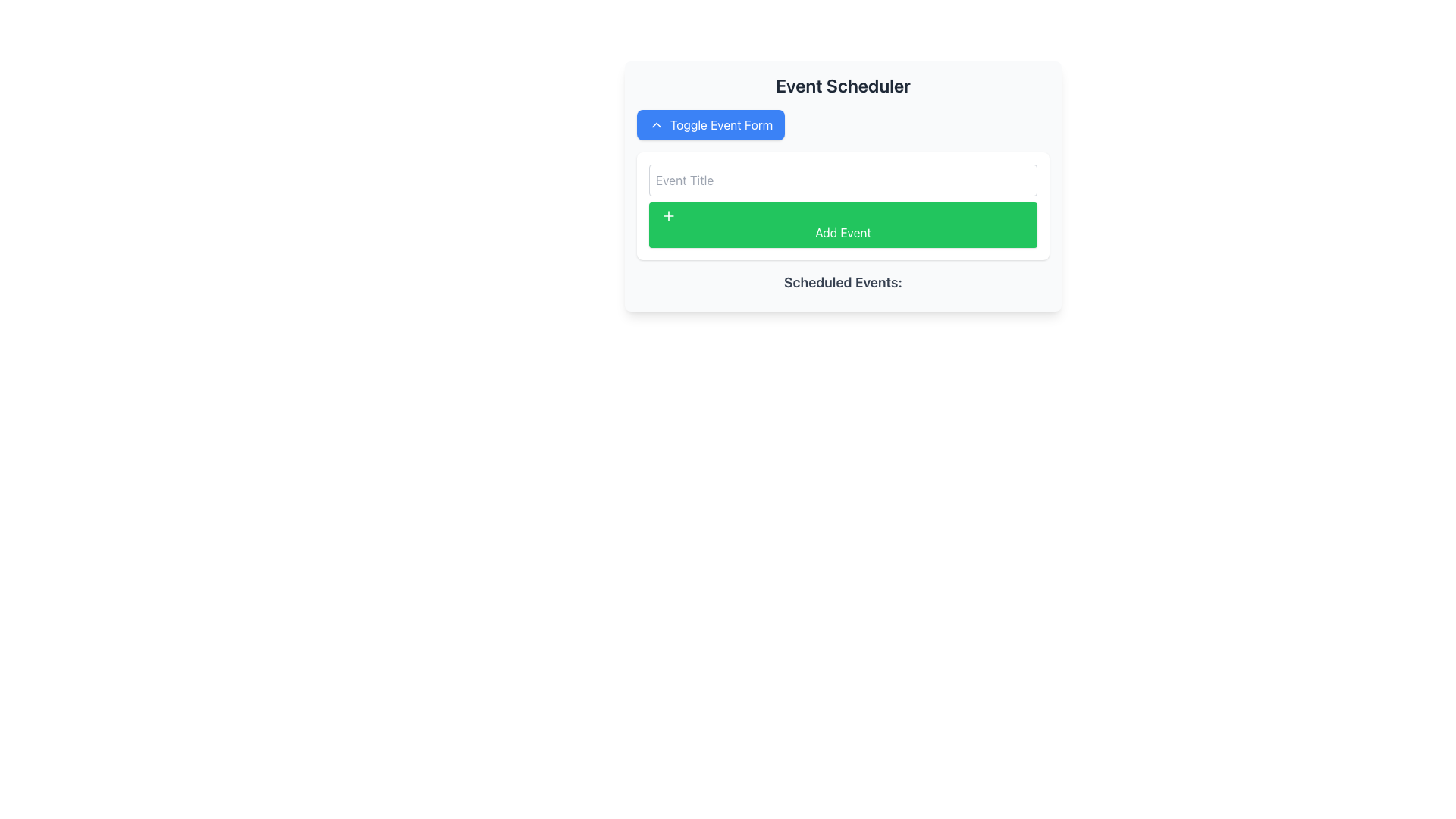  What do you see at coordinates (656, 124) in the screenshot?
I see `the chevron-up icon, which is part of the 'Toggle Event Form' button located in the upper-left area of the Event Scheduler panel` at bounding box center [656, 124].